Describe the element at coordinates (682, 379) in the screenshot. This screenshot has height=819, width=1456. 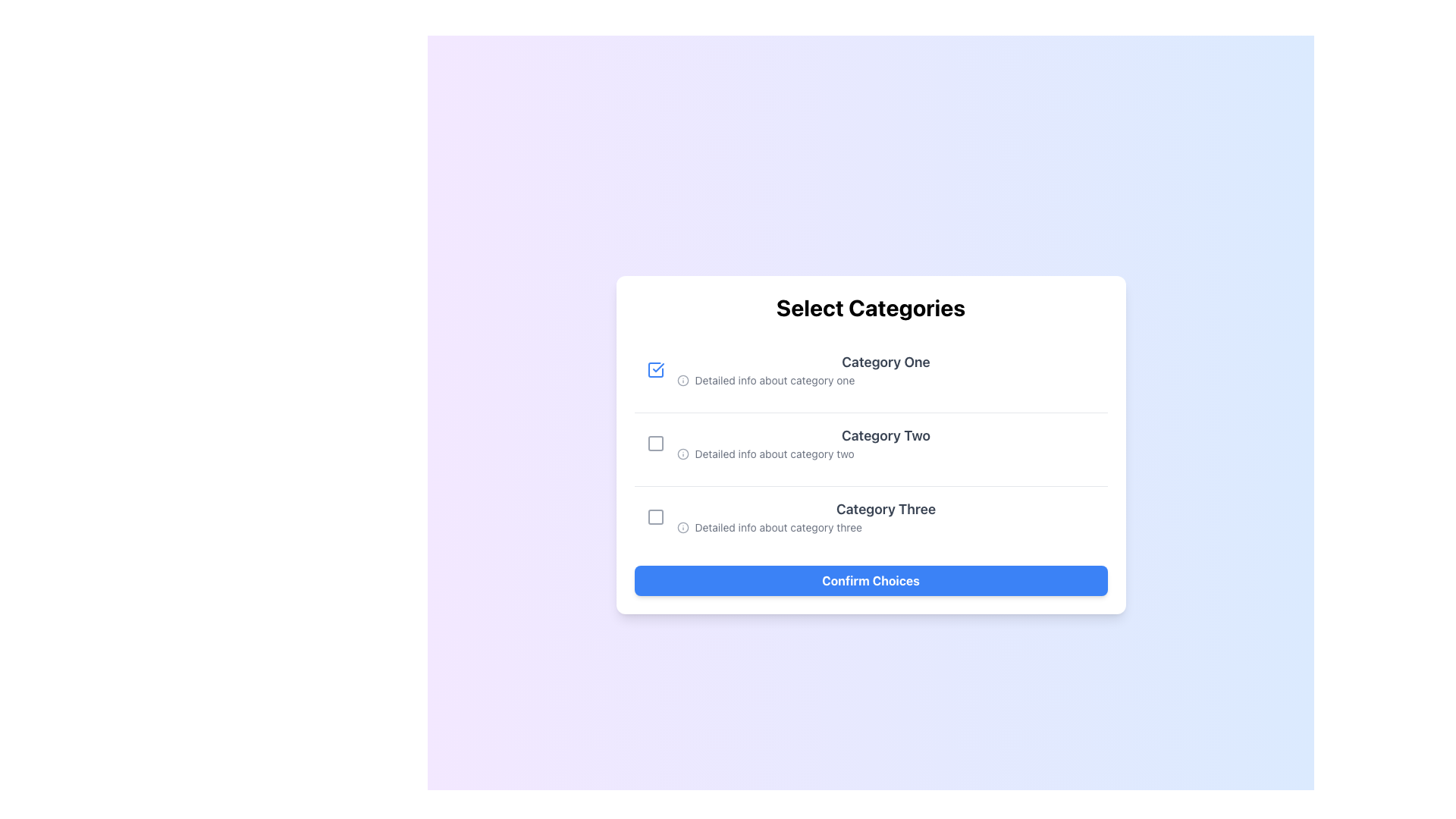
I see `the inner circle of the informational icon next to the label 'Detailed info about category one'` at that location.